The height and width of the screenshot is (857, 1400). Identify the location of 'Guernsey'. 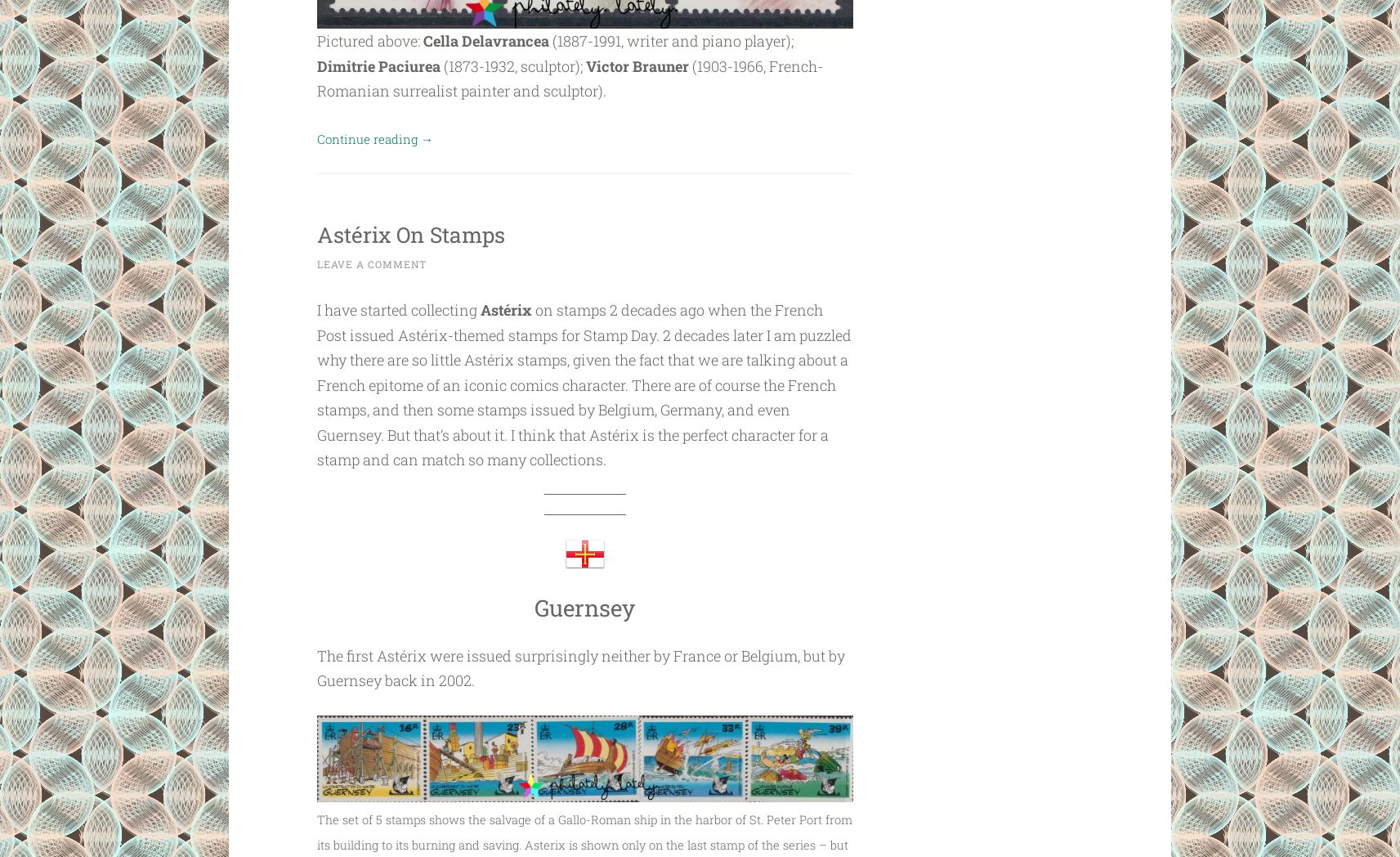
(584, 608).